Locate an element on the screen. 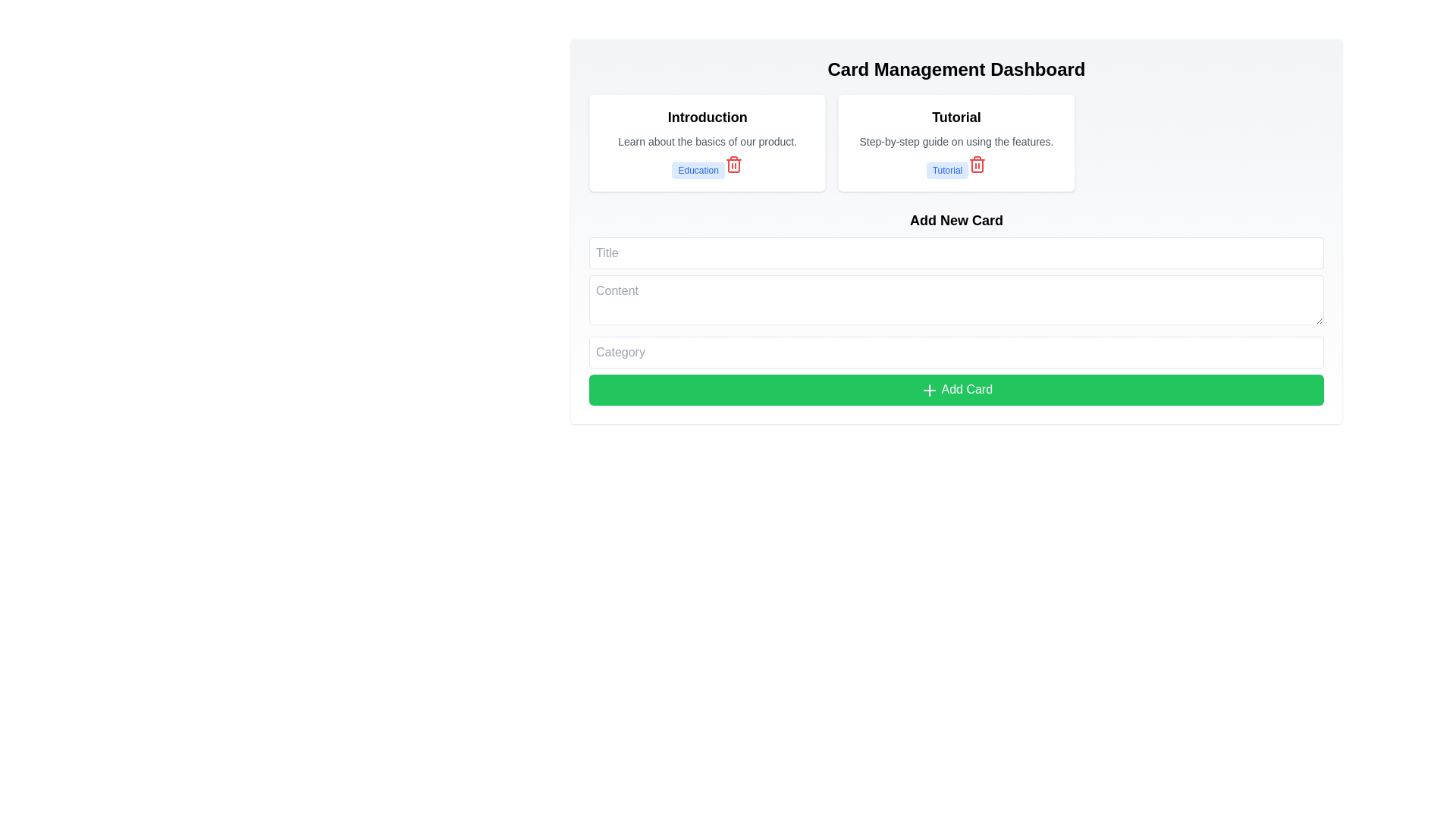 The width and height of the screenshot is (1456, 819). the text label reading 'Step-by-step guide on using the features.' which is styled with a smaller gray font and located beneath the 'Tutorial' heading is located at coordinates (955, 141).